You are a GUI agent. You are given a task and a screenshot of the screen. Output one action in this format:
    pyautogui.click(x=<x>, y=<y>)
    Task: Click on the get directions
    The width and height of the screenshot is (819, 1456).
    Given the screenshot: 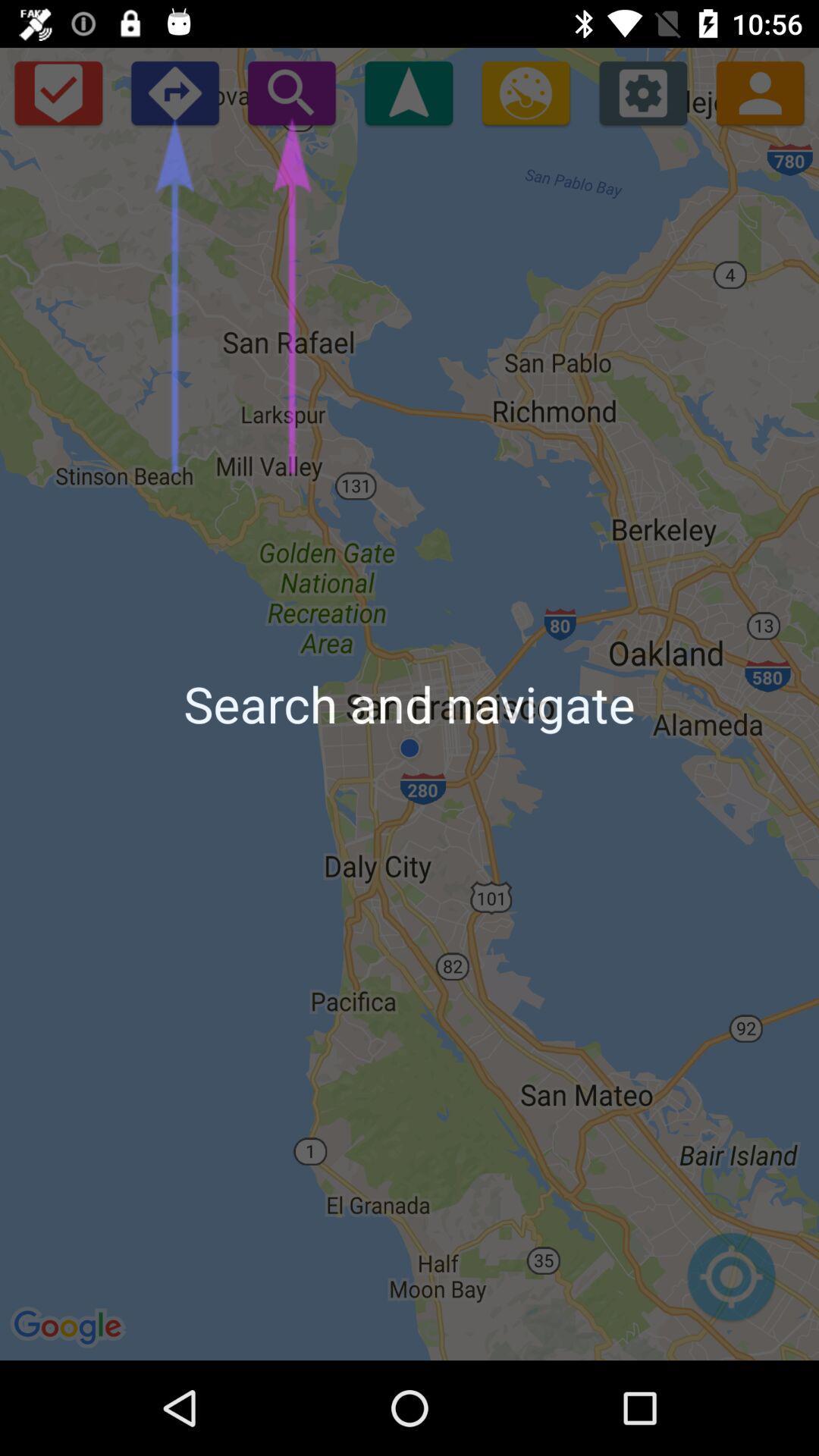 What is the action you would take?
    pyautogui.click(x=525, y=92)
    